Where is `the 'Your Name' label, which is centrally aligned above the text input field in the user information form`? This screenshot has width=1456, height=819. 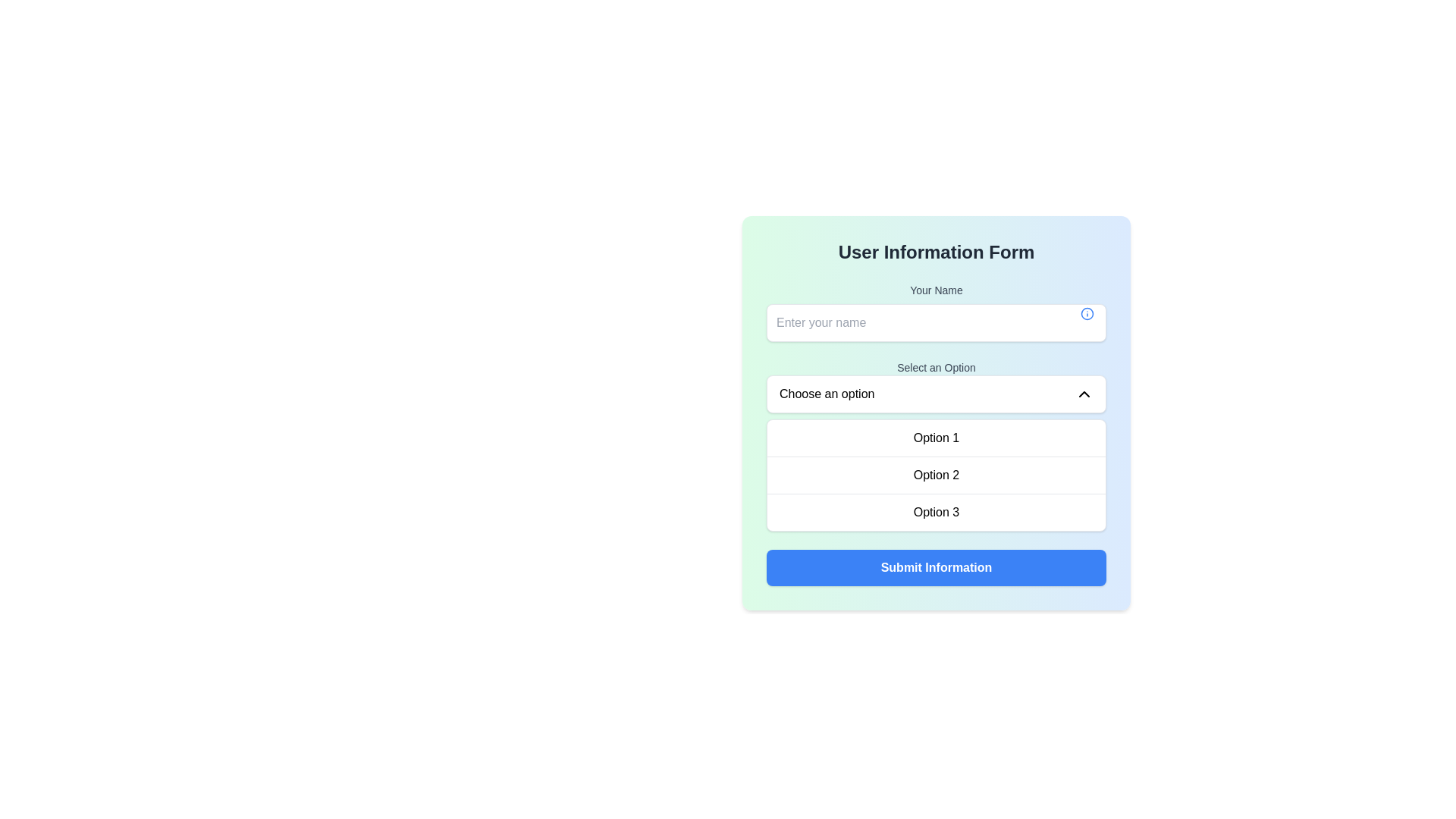
the 'Your Name' label, which is centrally aligned above the text input field in the user information form is located at coordinates (935, 290).